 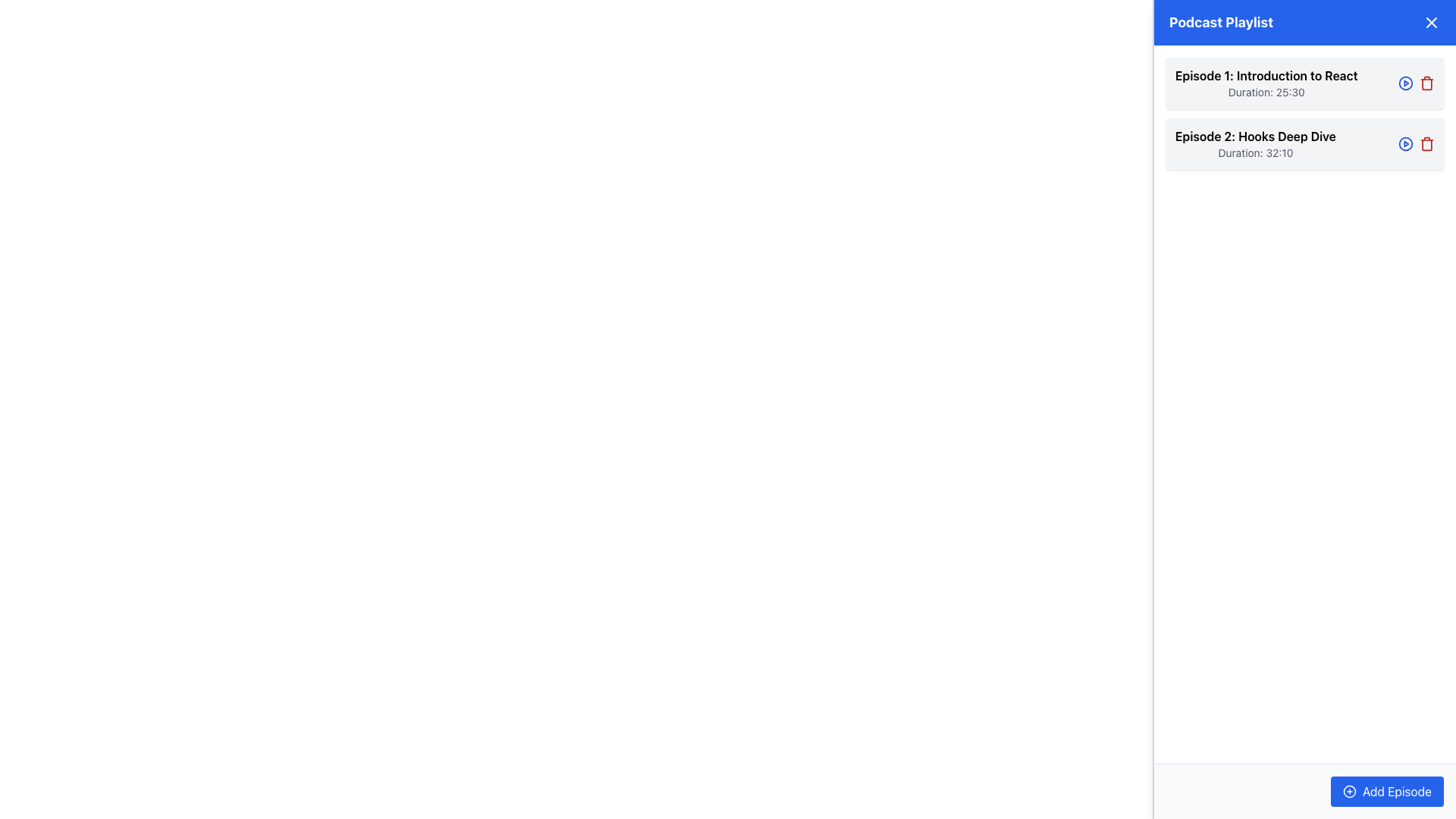 I want to click on the play button, which is a circular graphic with a blue border, located beside 'Episode 2: Hooks Deep Dive' in the Podcast Playlist panel, so click(x=1404, y=143).